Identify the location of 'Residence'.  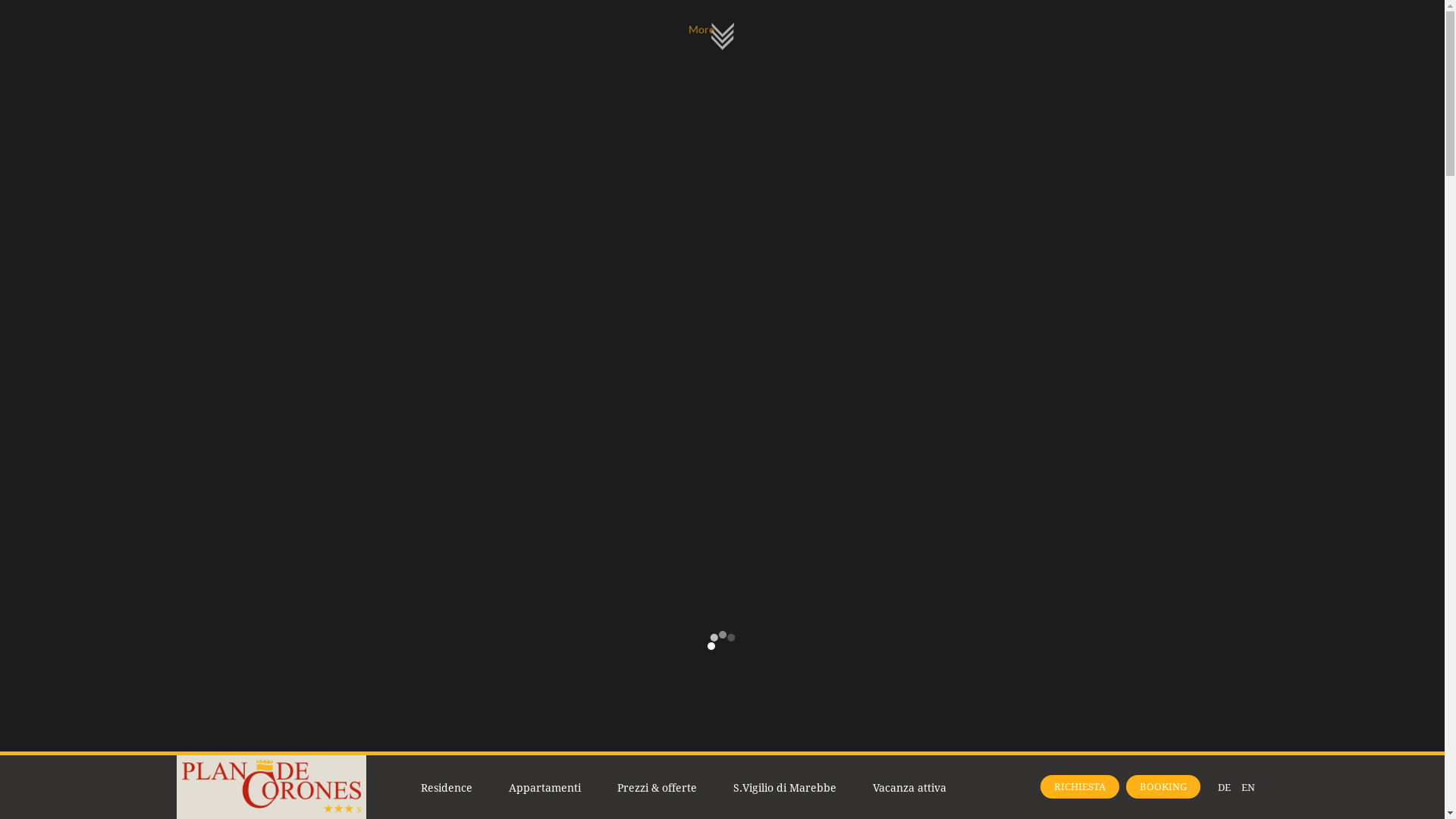
(445, 786).